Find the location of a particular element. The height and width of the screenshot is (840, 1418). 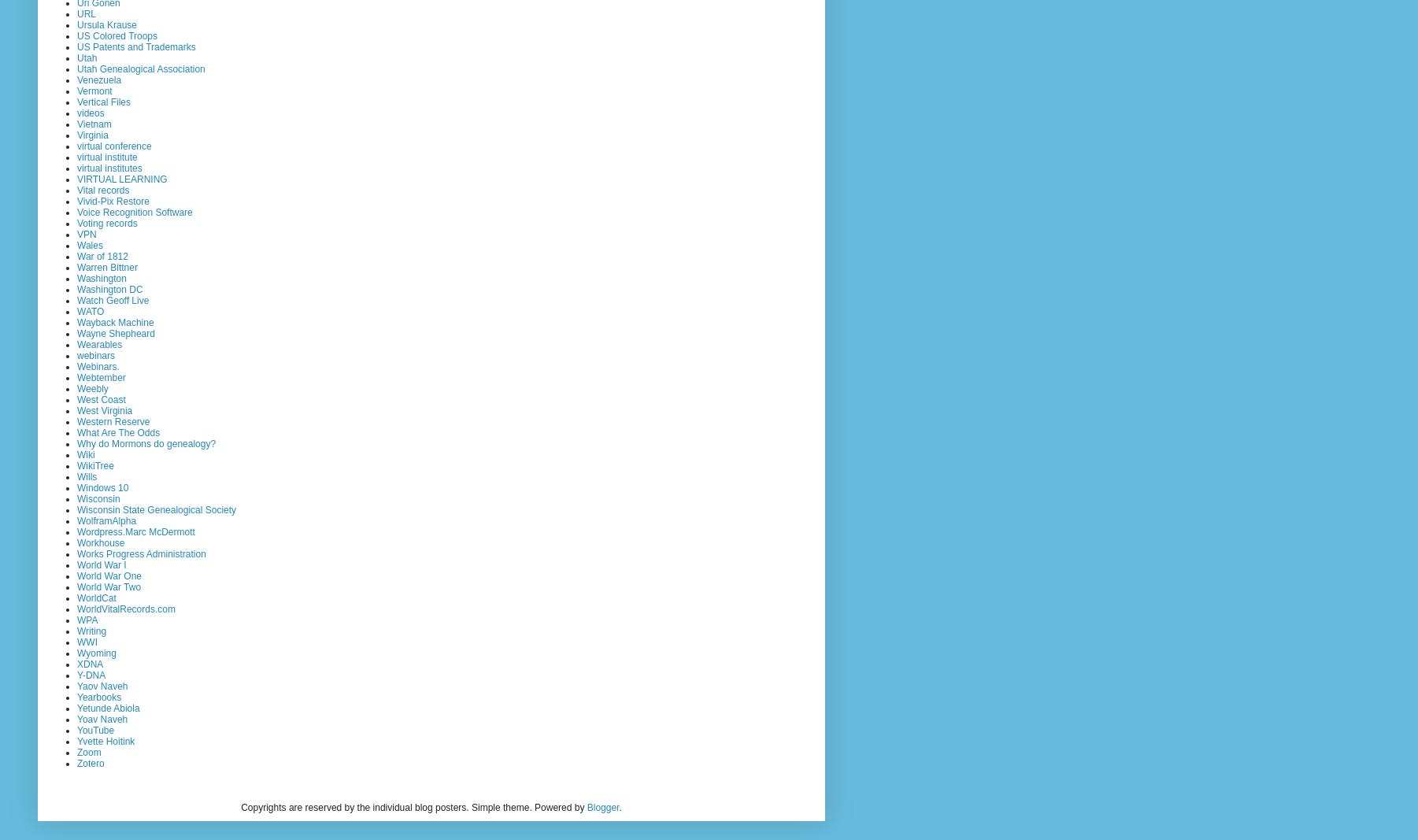

'VPN' is located at coordinates (76, 234).